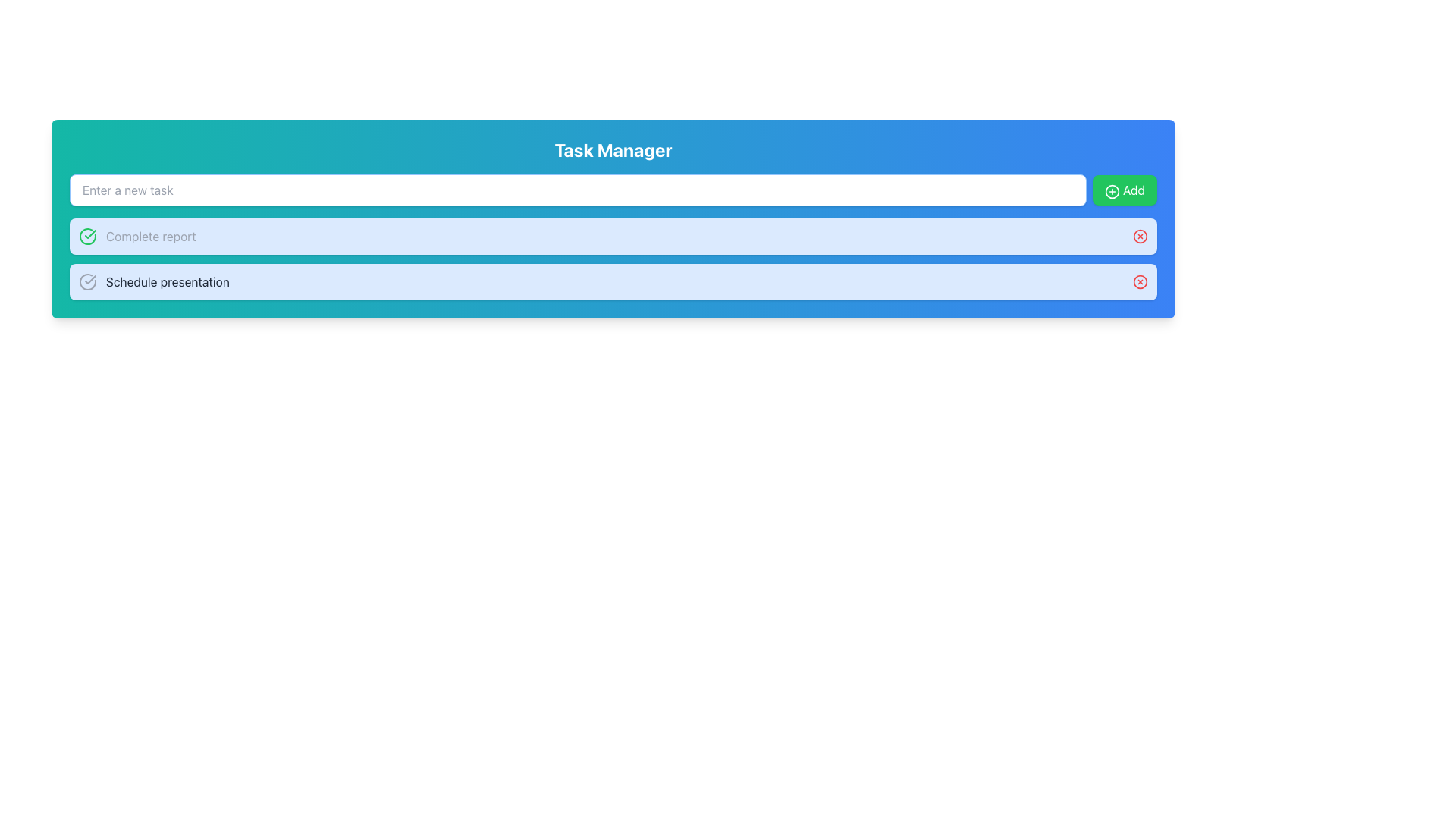 The height and width of the screenshot is (819, 1456). I want to click on the task label indicating 'Complete report' marked as completed, which features a strikethrough style and a green checkmark icon to its left, so click(137, 237).